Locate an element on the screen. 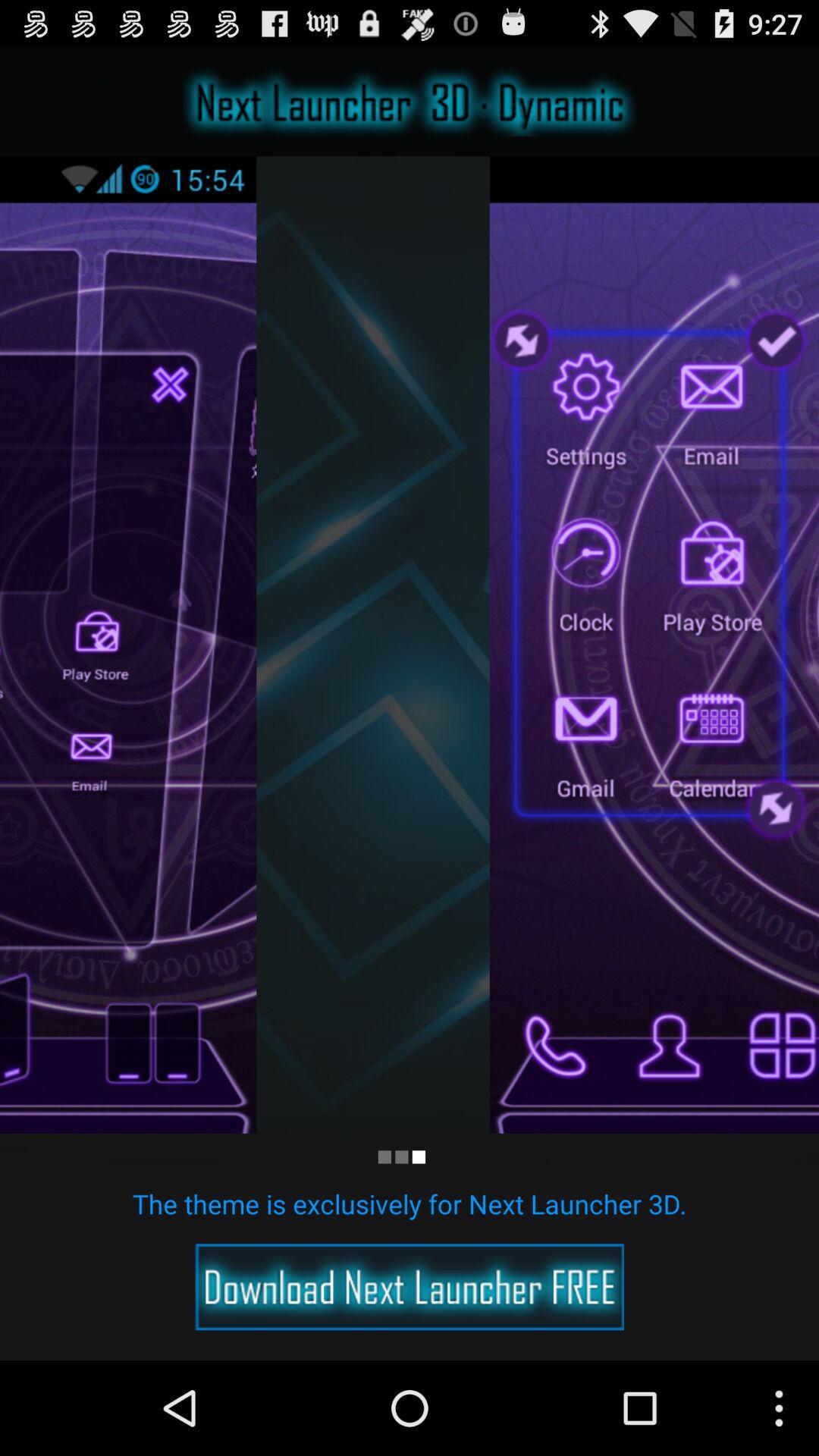  download option is located at coordinates (409, 1286).